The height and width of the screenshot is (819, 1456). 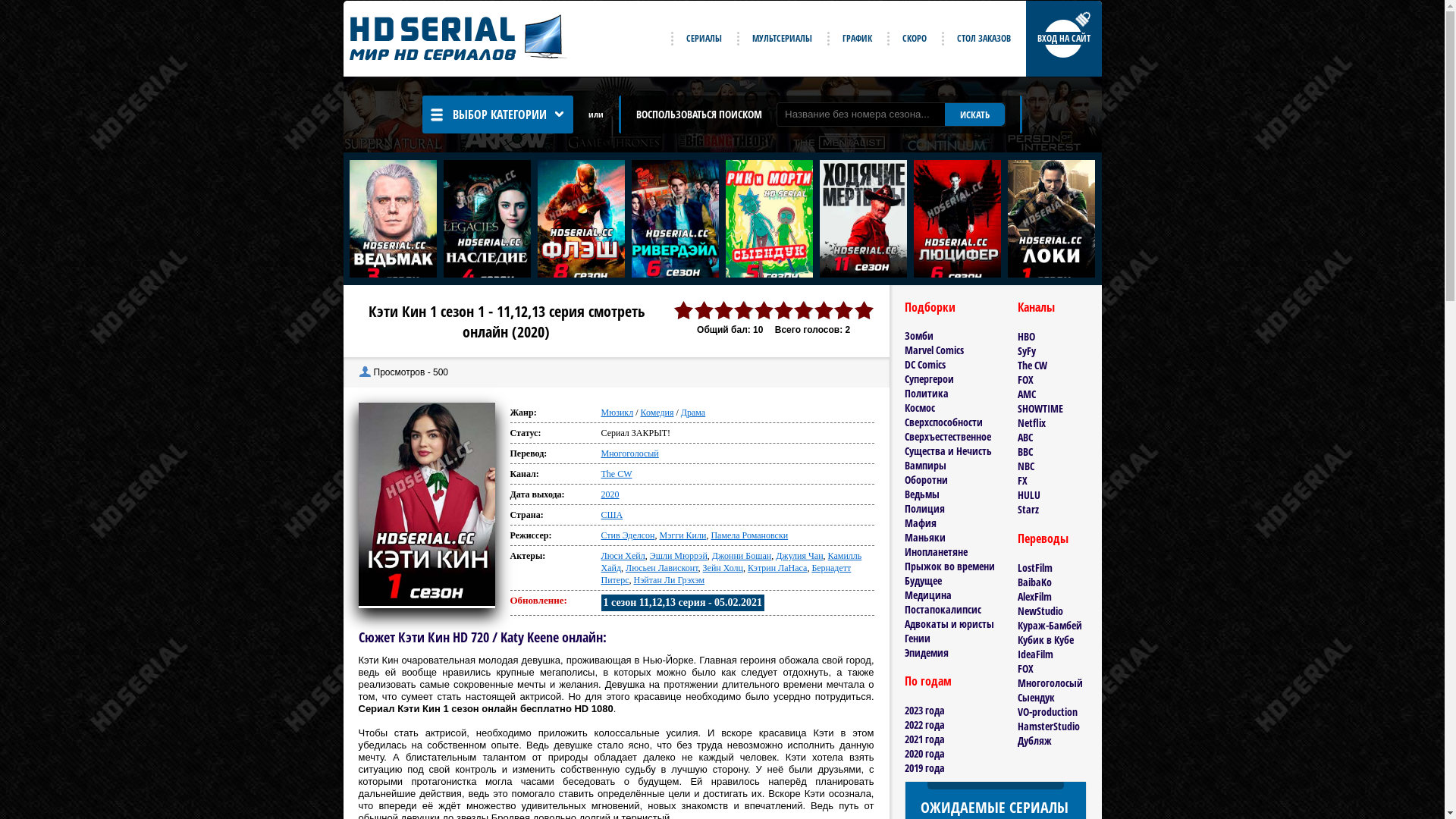 I want to click on 'Marvel Comics', so click(x=932, y=350).